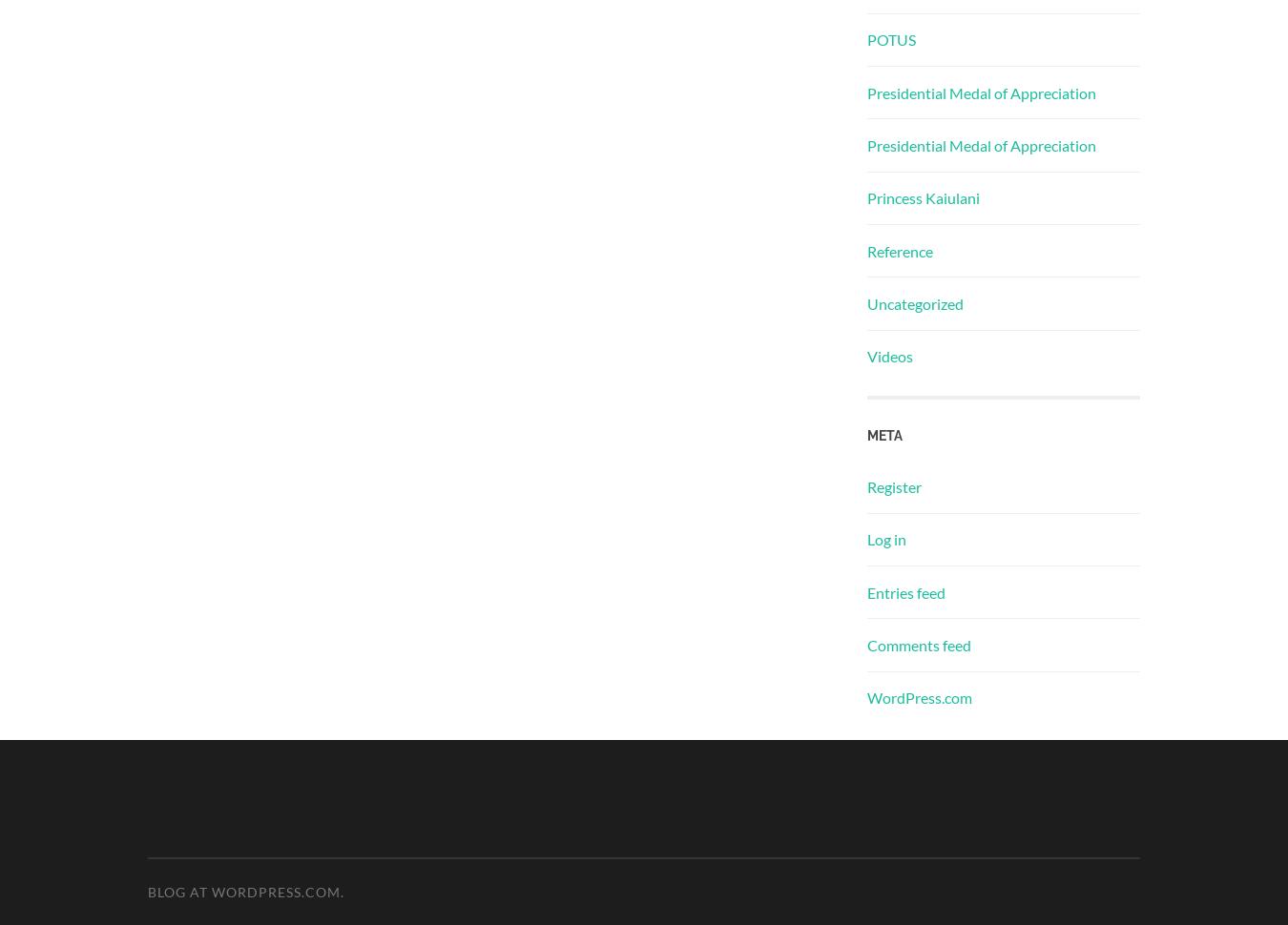 Image resolution: width=1288 pixels, height=925 pixels. I want to click on 'Entries feed', so click(904, 591).